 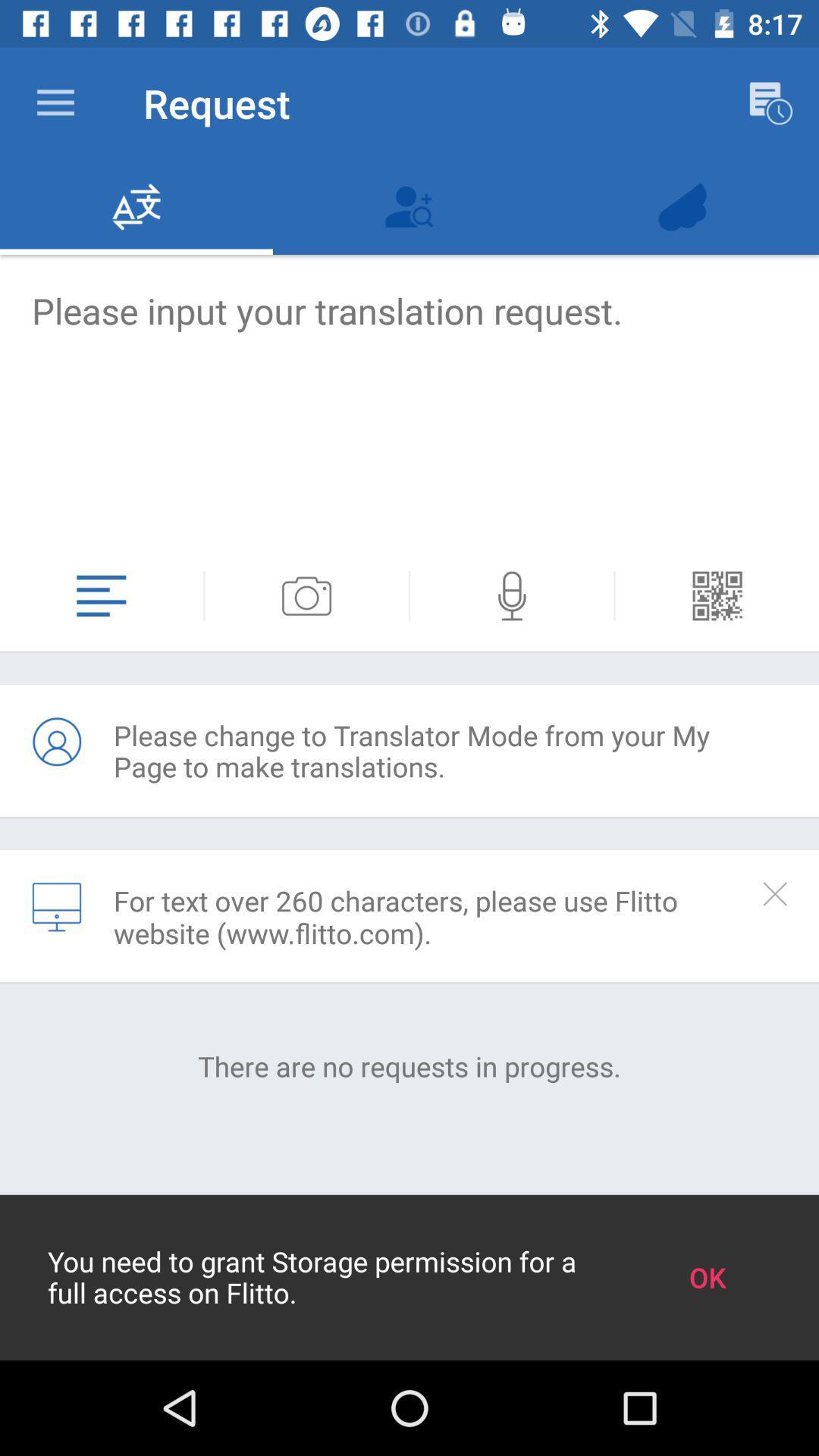 I want to click on item to the left of please change to item, so click(x=55, y=742).